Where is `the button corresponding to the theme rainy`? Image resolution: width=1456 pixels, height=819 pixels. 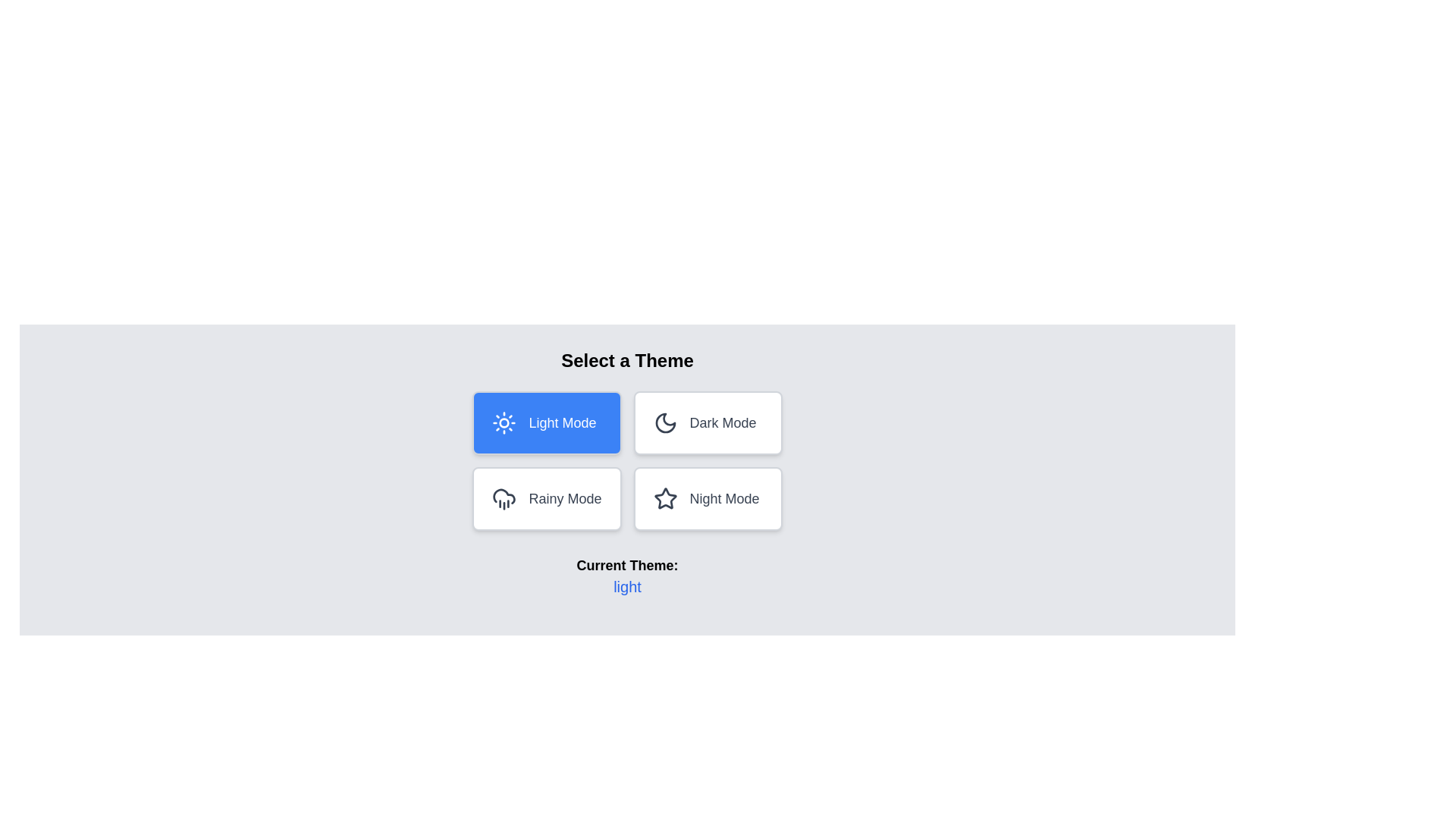 the button corresponding to the theme rainy is located at coordinates (546, 499).